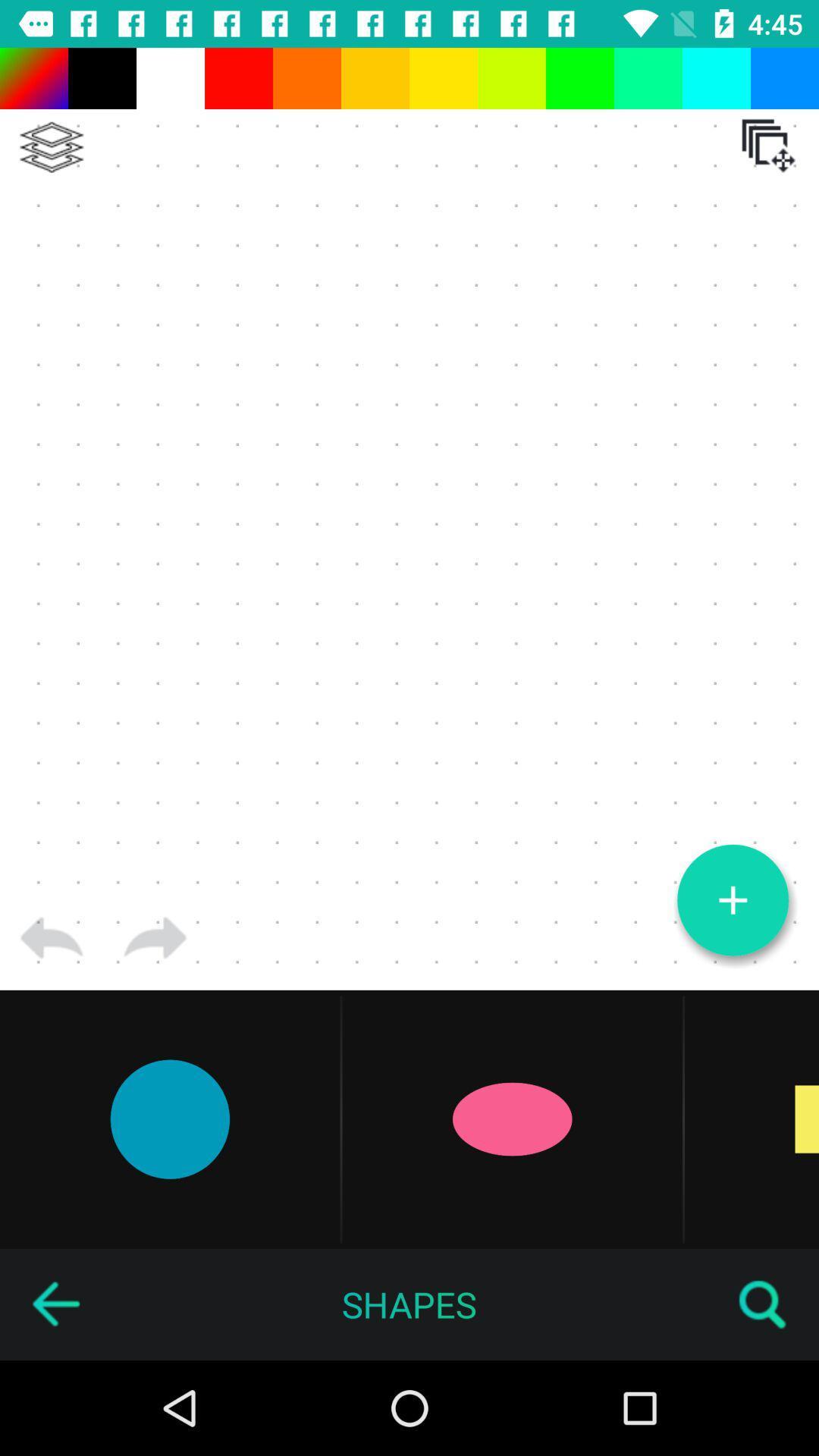  Describe the element at coordinates (55, 1304) in the screenshot. I see `the arrow_backward icon` at that location.